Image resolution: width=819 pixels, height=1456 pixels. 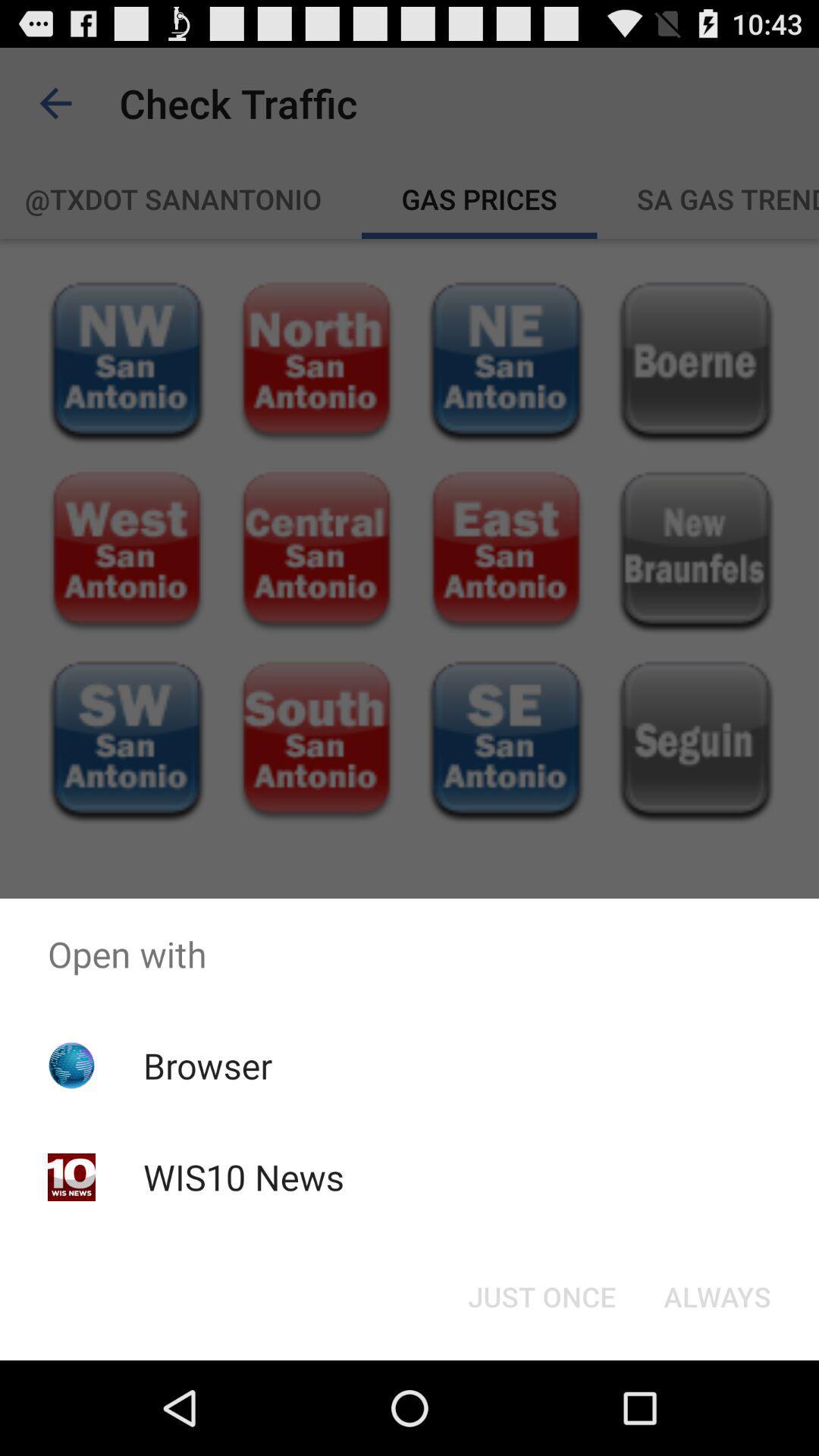 What do you see at coordinates (717, 1295) in the screenshot?
I see `the item below the open with` at bounding box center [717, 1295].